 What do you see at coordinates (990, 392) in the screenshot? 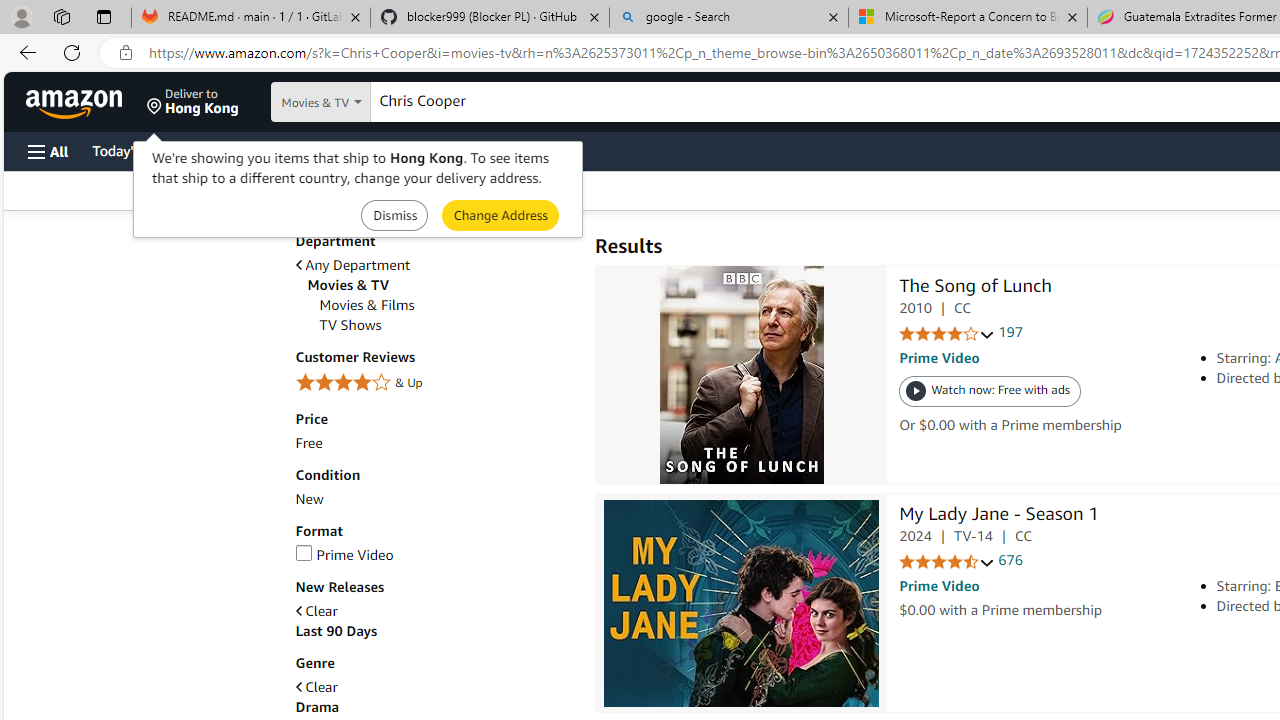
I see `'Watch now: Free with ads'` at bounding box center [990, 392].